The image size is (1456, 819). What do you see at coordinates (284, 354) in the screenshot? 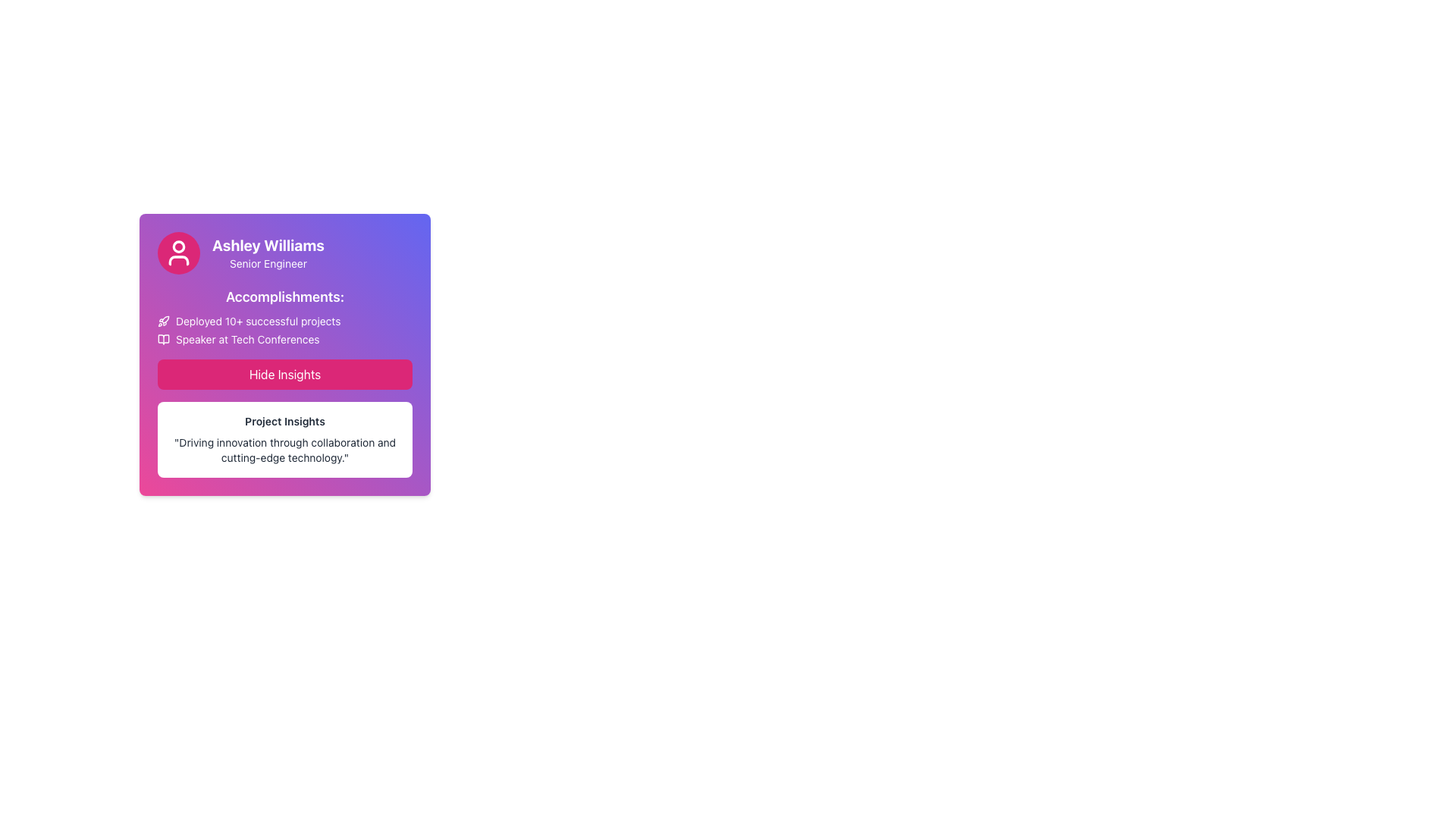
I see `user profile information displayed in the Card component, which includes their position, accomplishments, and a call-to-action button` at bounding box center [284, 354].